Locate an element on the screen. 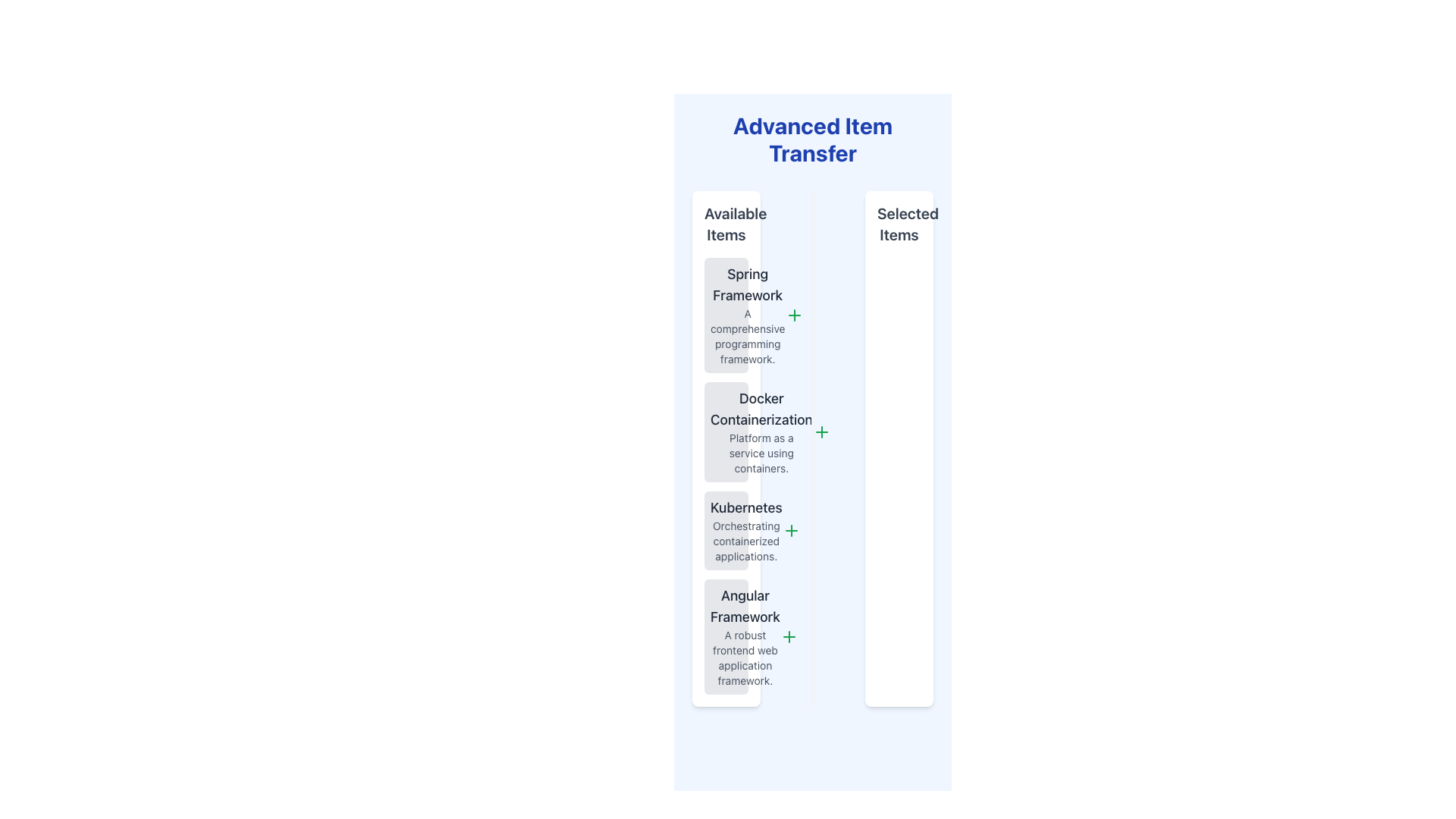 This screenshot has width=1456, height=819. the third plus icon button in the 'Available Items' column to change its appearance, which allows users to add the 'Kubernetes' item to the 'Selected Items' list is located at coordinates (790, 529).